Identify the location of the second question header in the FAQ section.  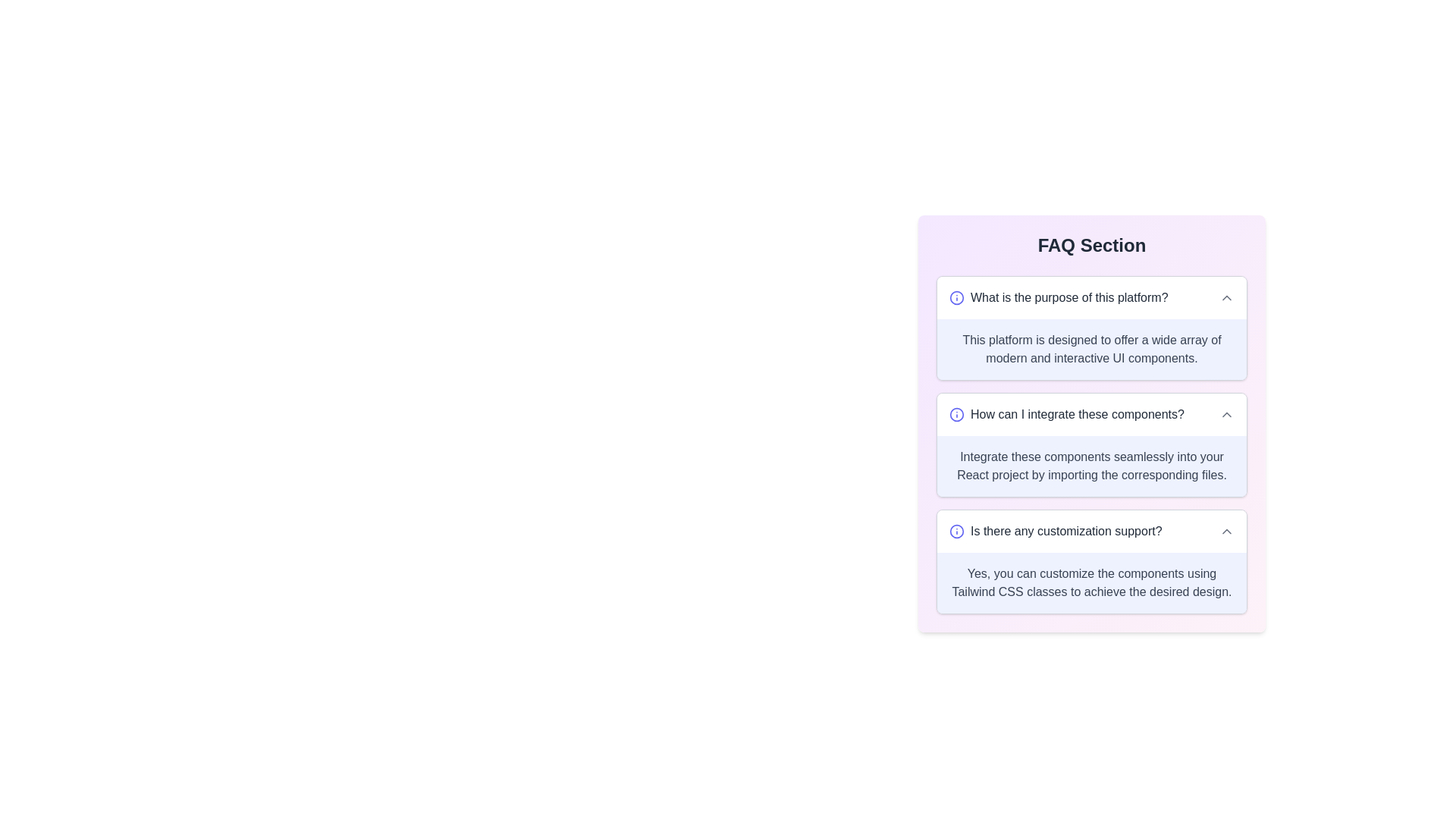
(1092, 415).